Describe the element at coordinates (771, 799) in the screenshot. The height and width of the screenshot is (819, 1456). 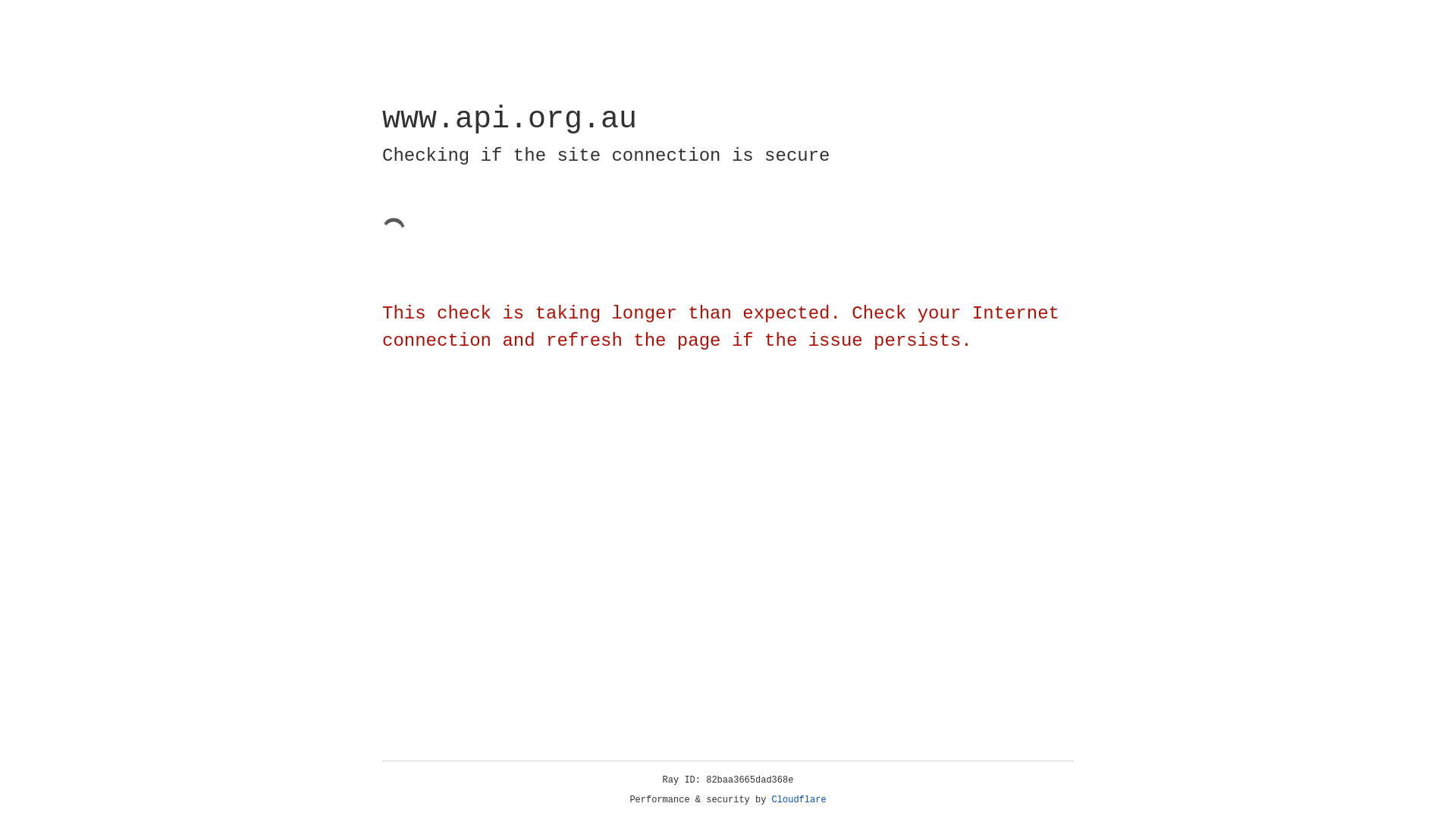
I see `'Cloudflare'` at that location.